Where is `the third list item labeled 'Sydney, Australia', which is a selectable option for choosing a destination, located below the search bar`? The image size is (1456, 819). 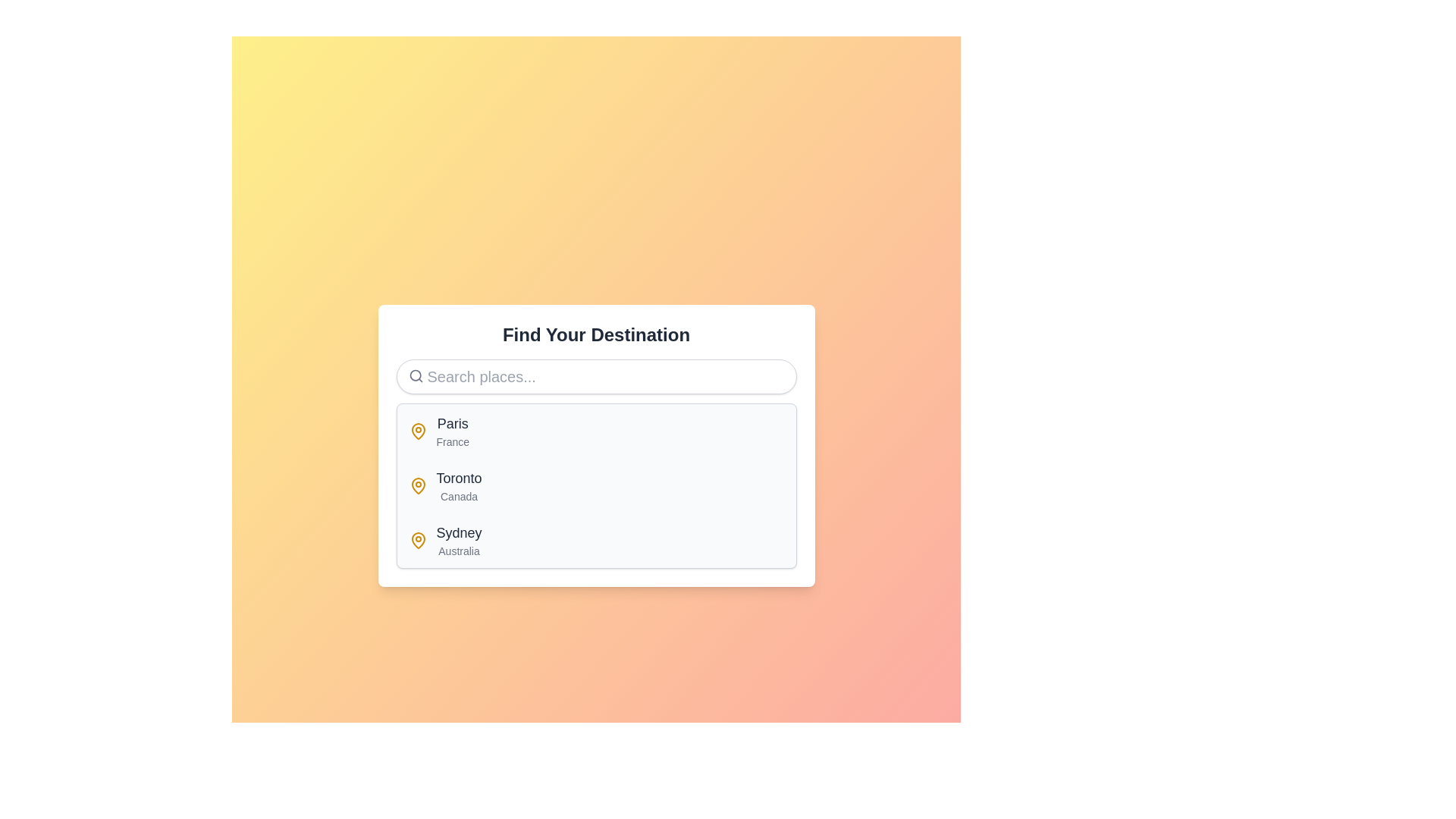
the third list item labeled 'Sydney, Australia', which is a selectable option for choosing a destination, located below the search bar is located at coordinates (595, 540).